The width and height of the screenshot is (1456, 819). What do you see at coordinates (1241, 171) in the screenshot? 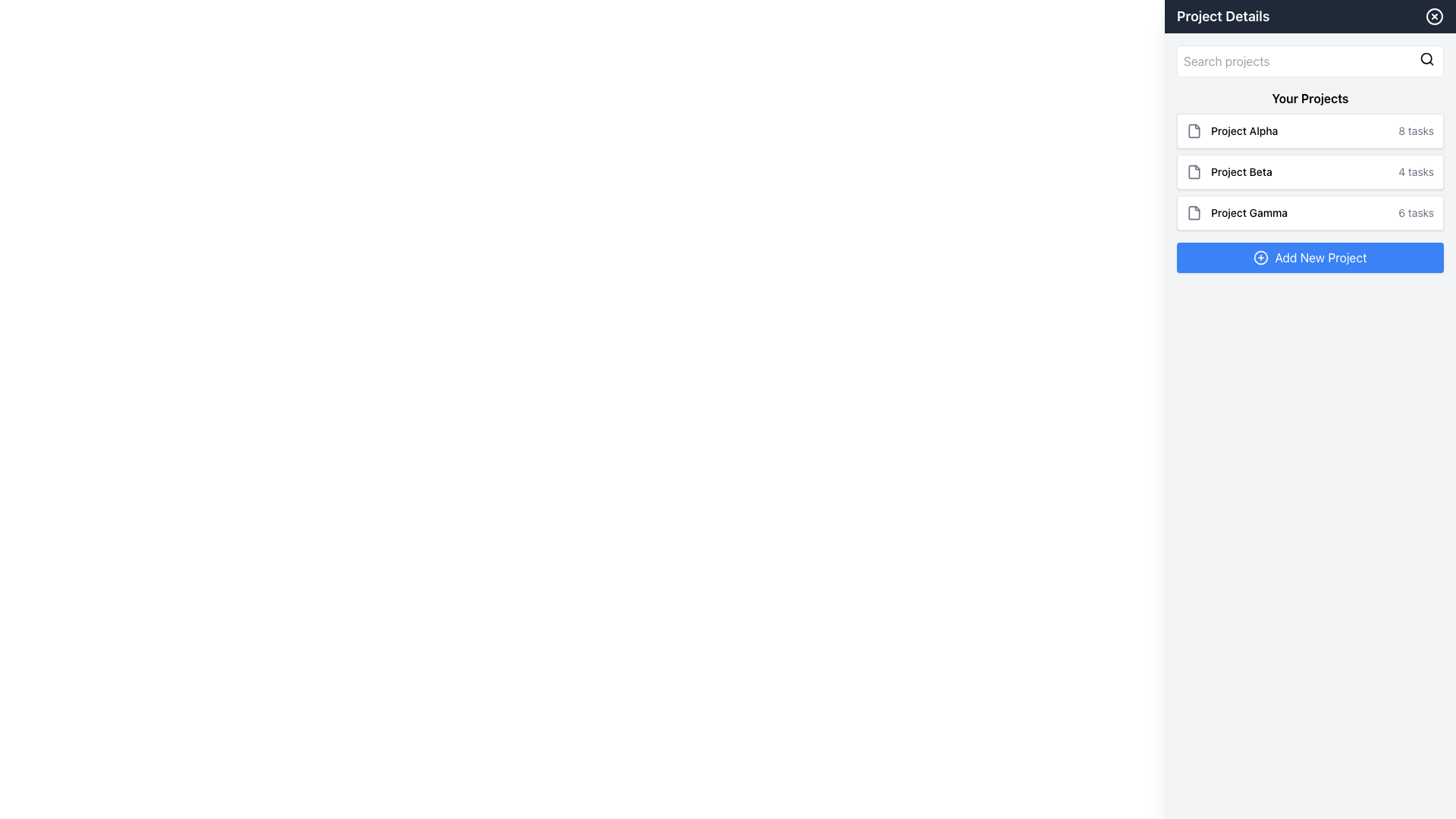
I see `the text label displaying 'Project Beta', which is the second item in the project list under 'Your Projects'` at bounding box center [1241, 171].